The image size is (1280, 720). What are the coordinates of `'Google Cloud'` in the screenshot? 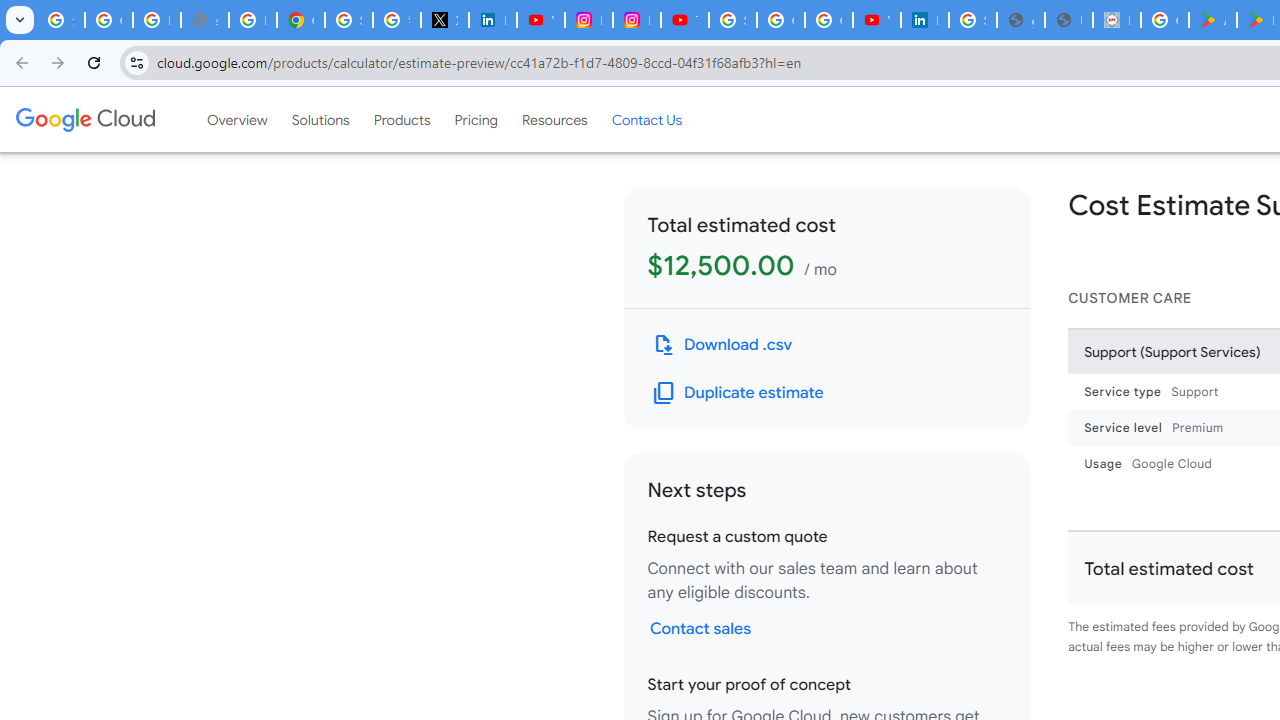 It's located at (84, 119).